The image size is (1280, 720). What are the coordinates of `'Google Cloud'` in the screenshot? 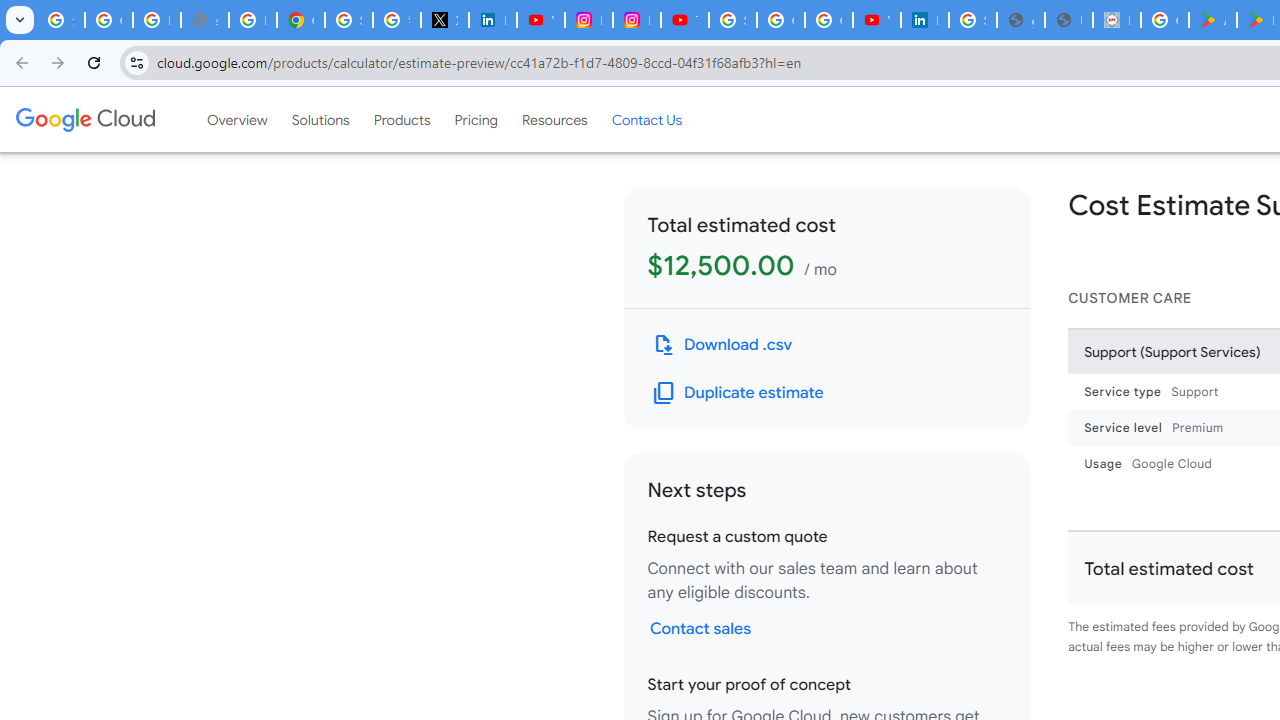 It's located at (84, 119).